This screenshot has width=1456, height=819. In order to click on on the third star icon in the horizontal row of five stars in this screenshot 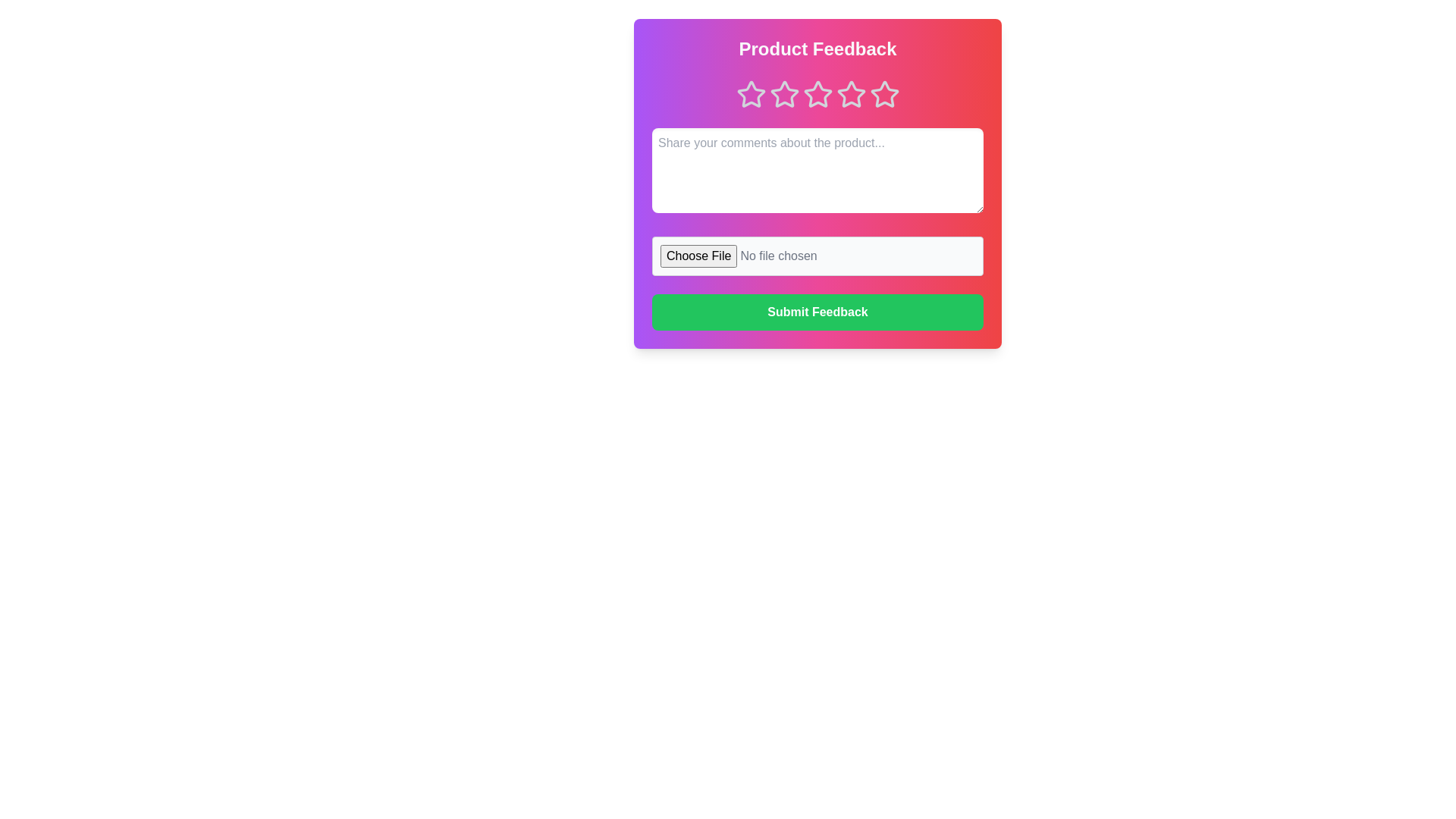, I will do `click(851, 94)`.